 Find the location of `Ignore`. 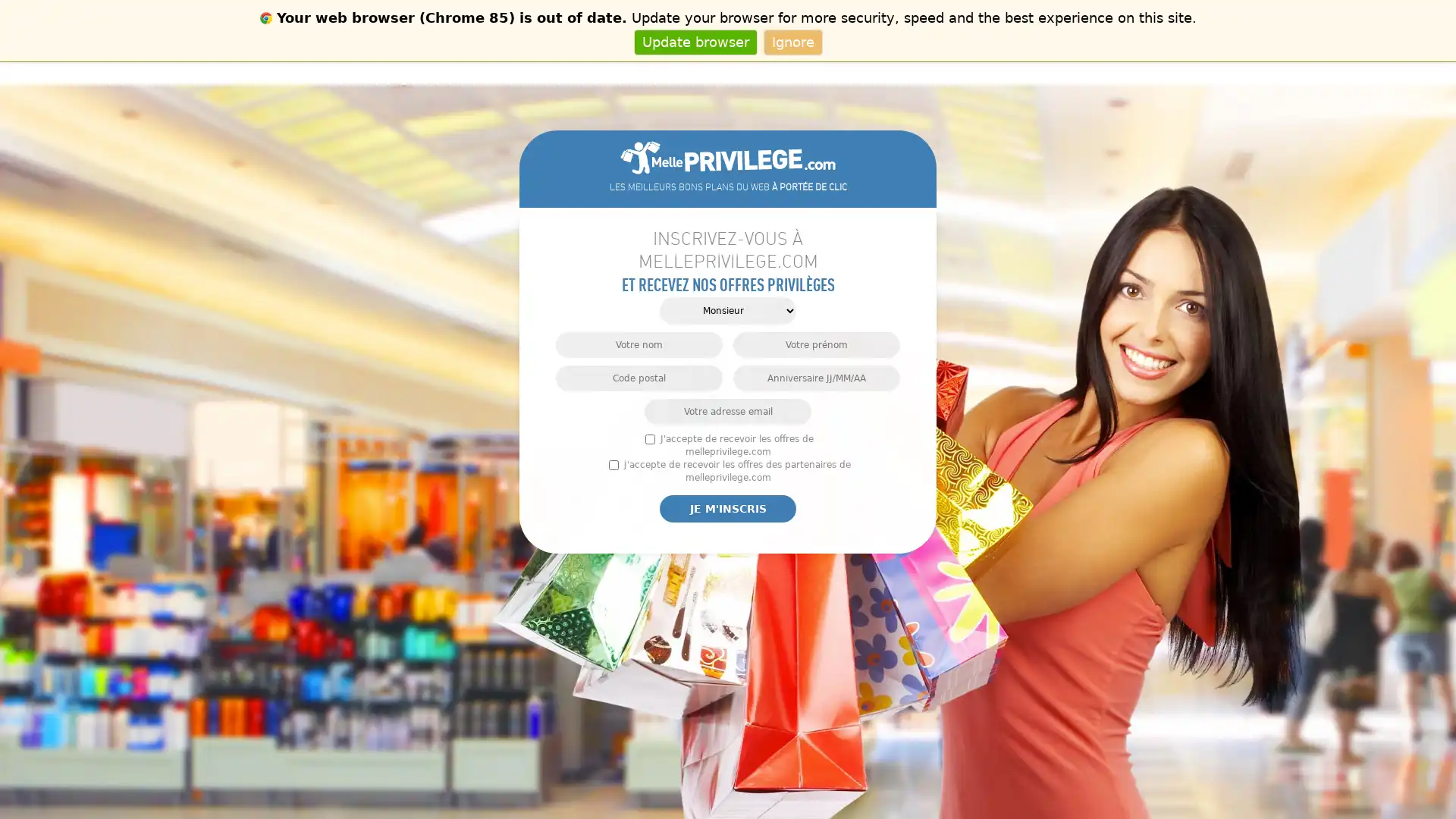

Ignore is located at coordinates (792, 41).